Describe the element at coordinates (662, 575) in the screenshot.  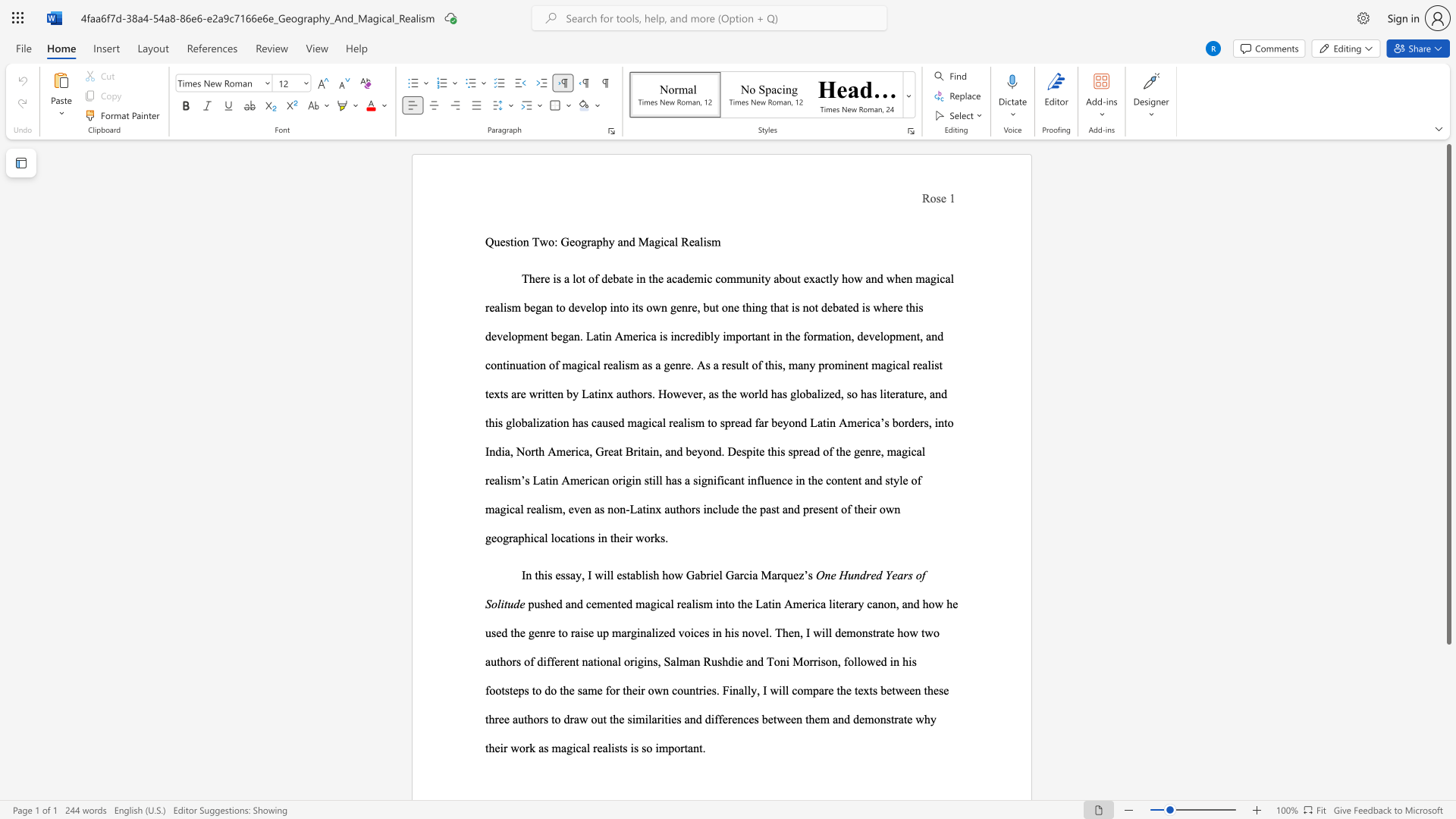
I see `the subset text "how Gabriel Garcia Marq" within the text "how Gabriel Garcia Marquez’s"` at that location.